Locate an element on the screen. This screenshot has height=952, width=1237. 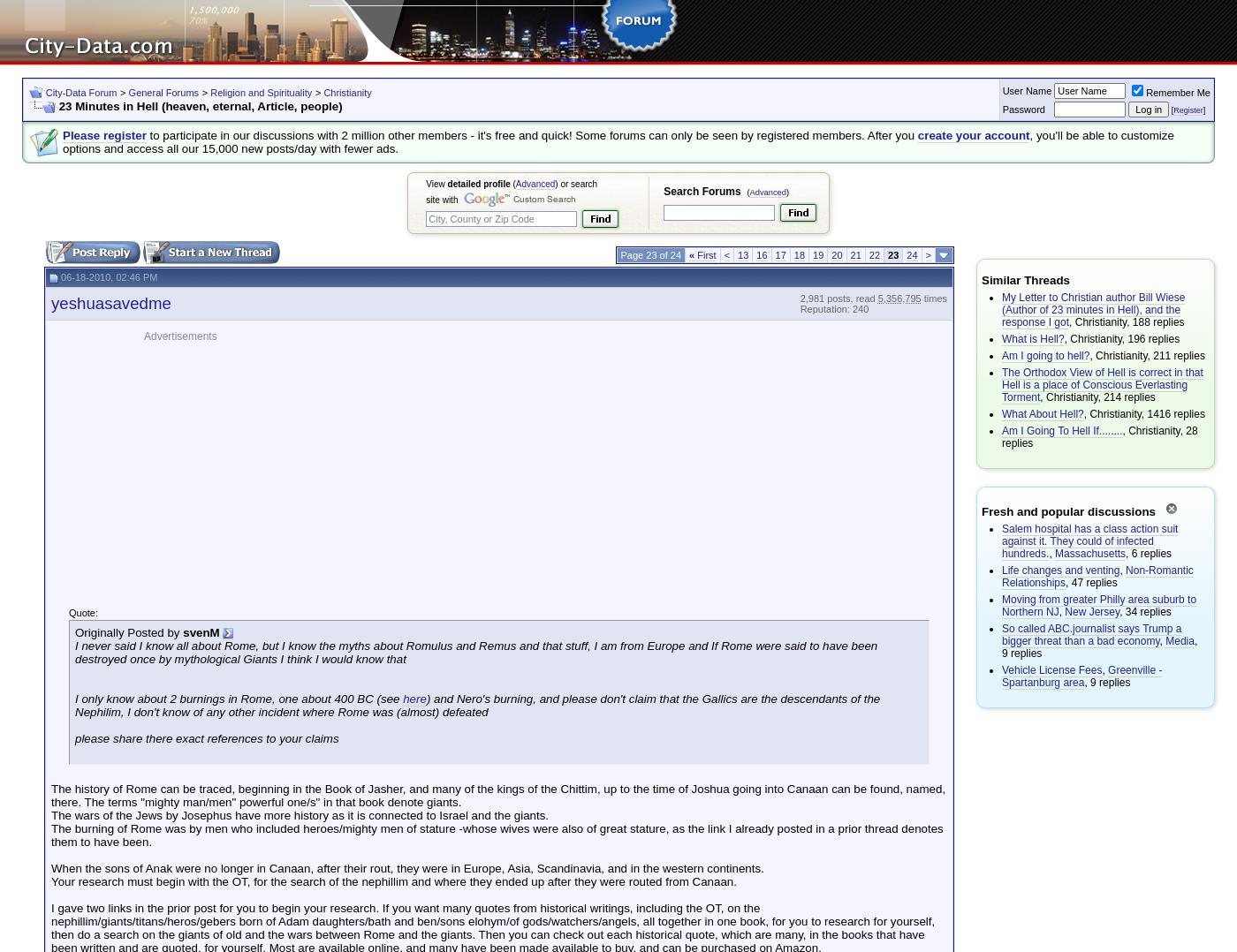
'Remember Me' is located at coordinates (1178, 91).